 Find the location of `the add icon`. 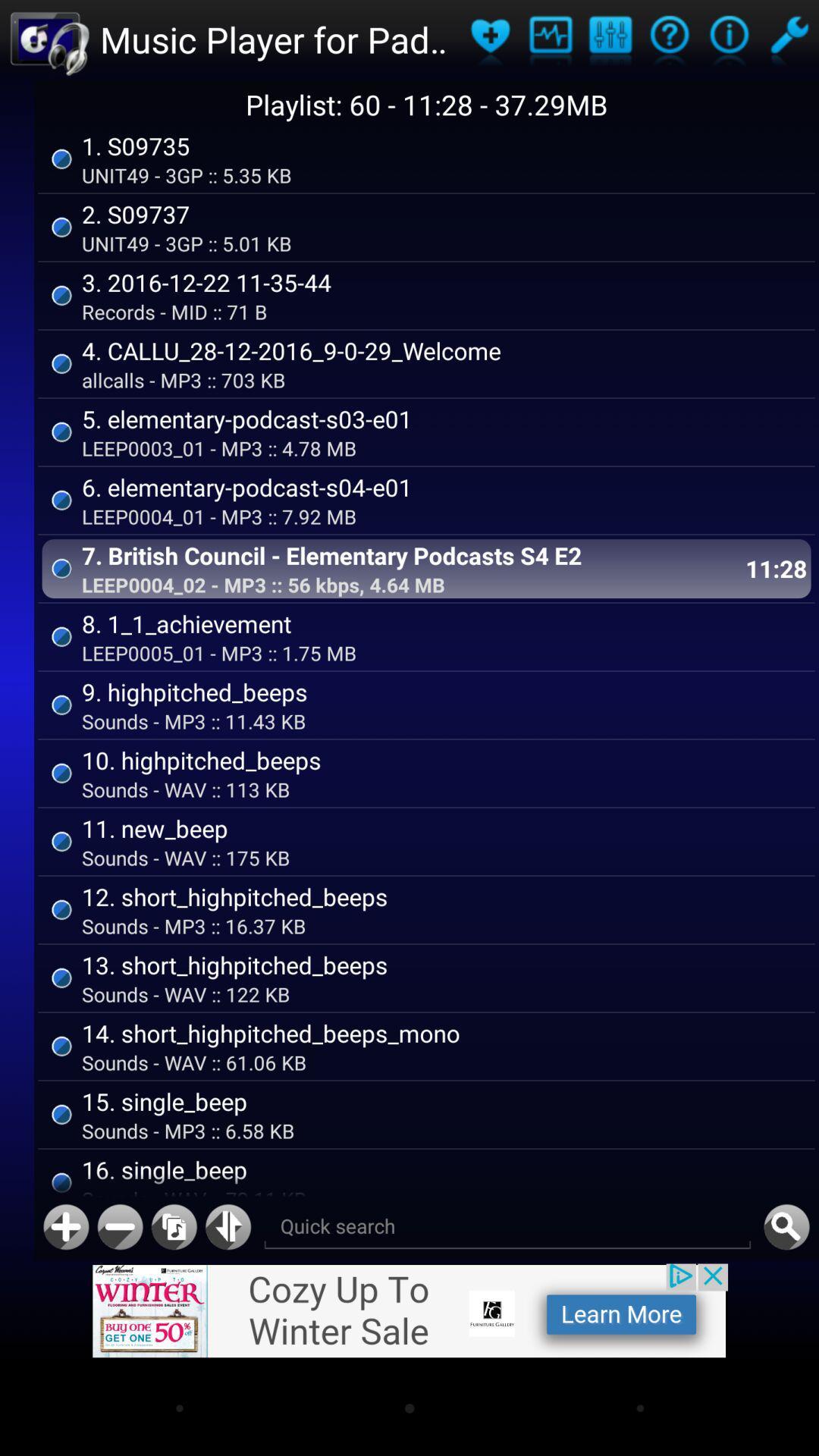

the add icon is located at coordinates (65, 1312).